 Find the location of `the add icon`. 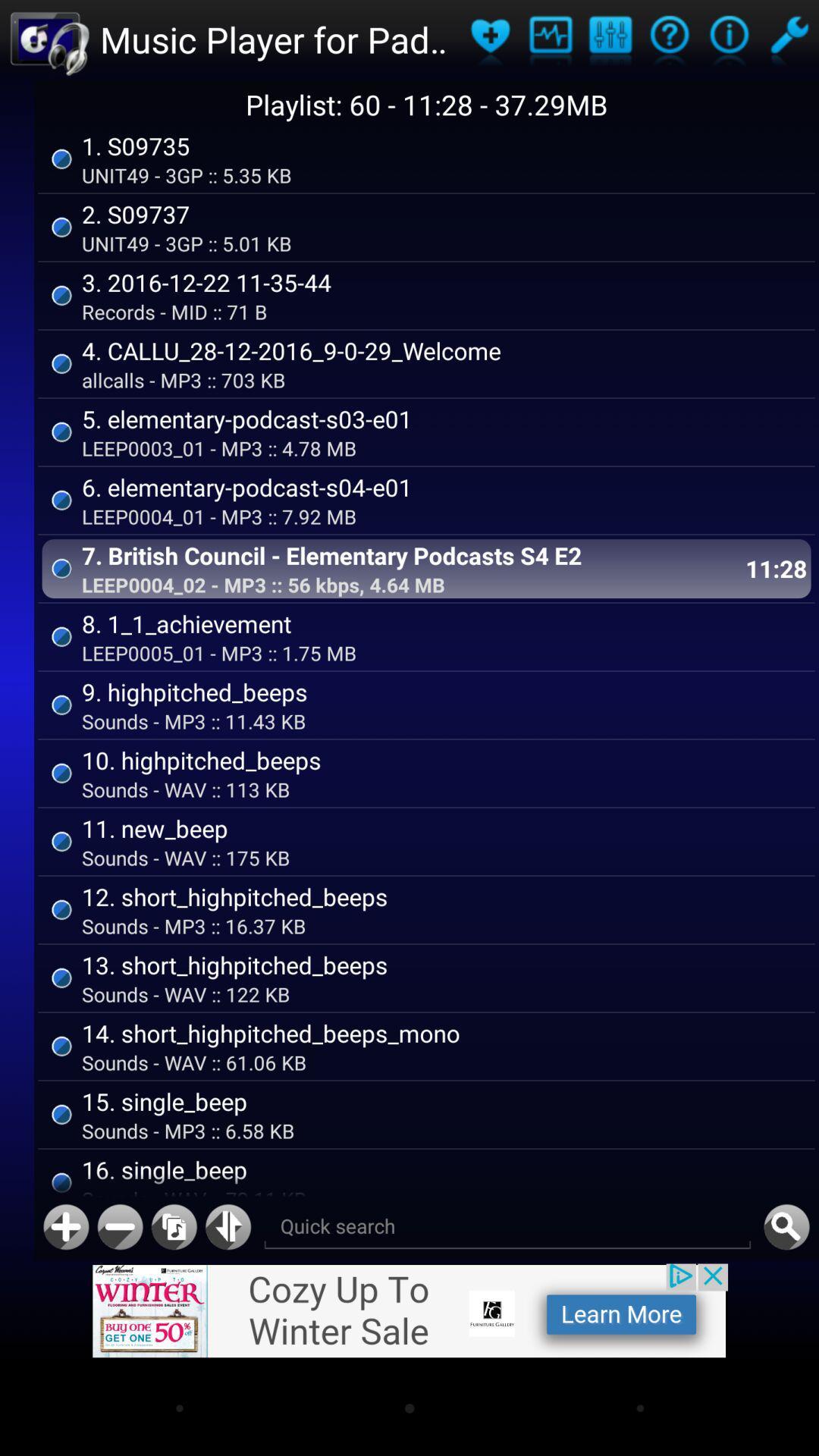

the add icon is located at coordinates (65, 1312).